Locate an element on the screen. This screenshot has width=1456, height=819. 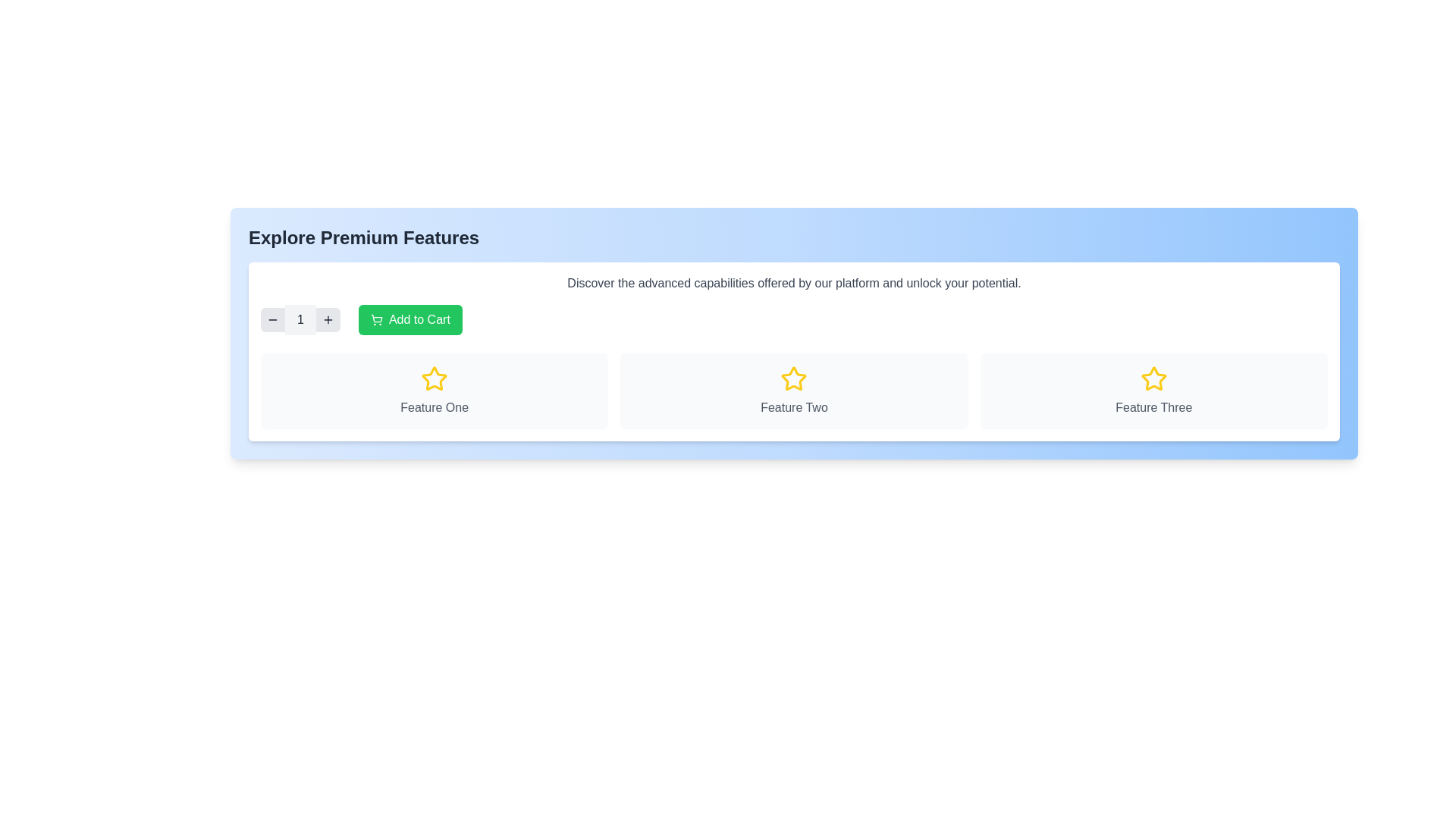
the Informative card labeled 'Feature One', which is the first column in a three-column grid layout, positioned beneath a section with buttons and a heading is located at coordinates (434, 391).